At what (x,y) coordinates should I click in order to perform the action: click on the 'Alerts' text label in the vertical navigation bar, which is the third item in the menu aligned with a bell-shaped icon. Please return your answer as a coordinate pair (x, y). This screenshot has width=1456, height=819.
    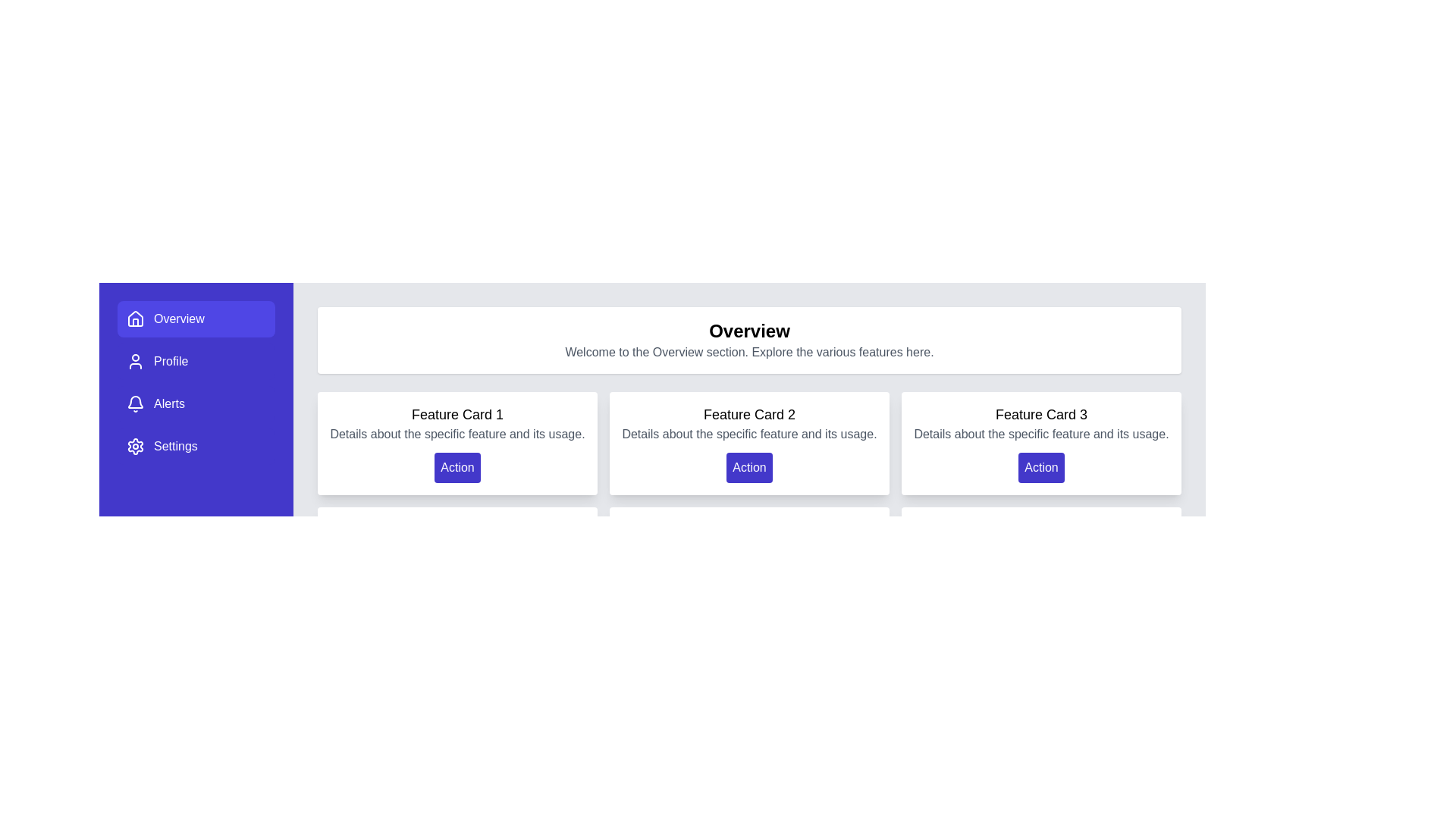
    Looking at the image, I should click on (169, 403).